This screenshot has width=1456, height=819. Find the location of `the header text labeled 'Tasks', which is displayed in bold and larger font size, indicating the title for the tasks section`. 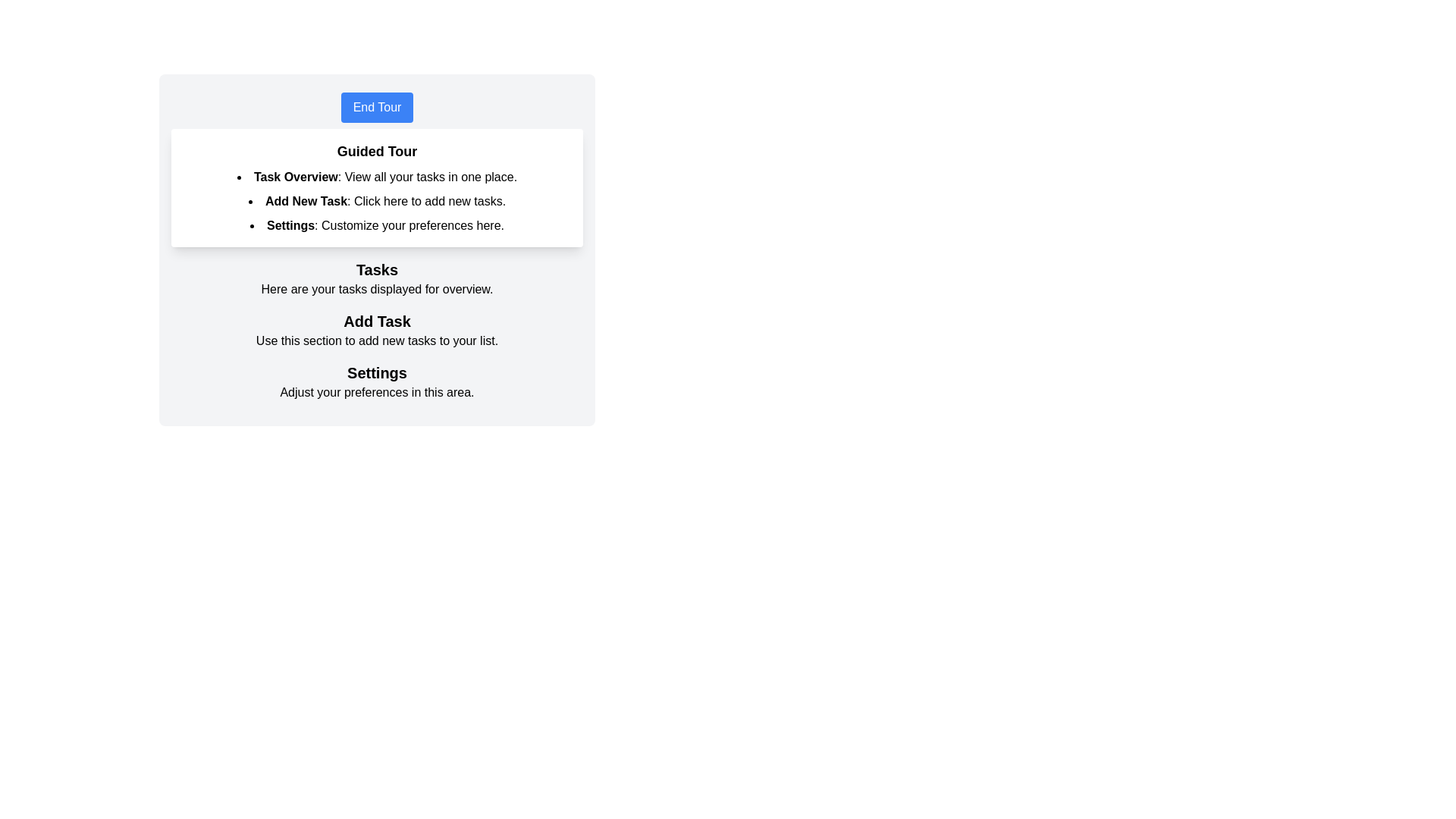

the header text labeled 'Tasks', which is displayed in bold and larger font size, indicating the title for the tasks section is located at coordinates (377, 268).